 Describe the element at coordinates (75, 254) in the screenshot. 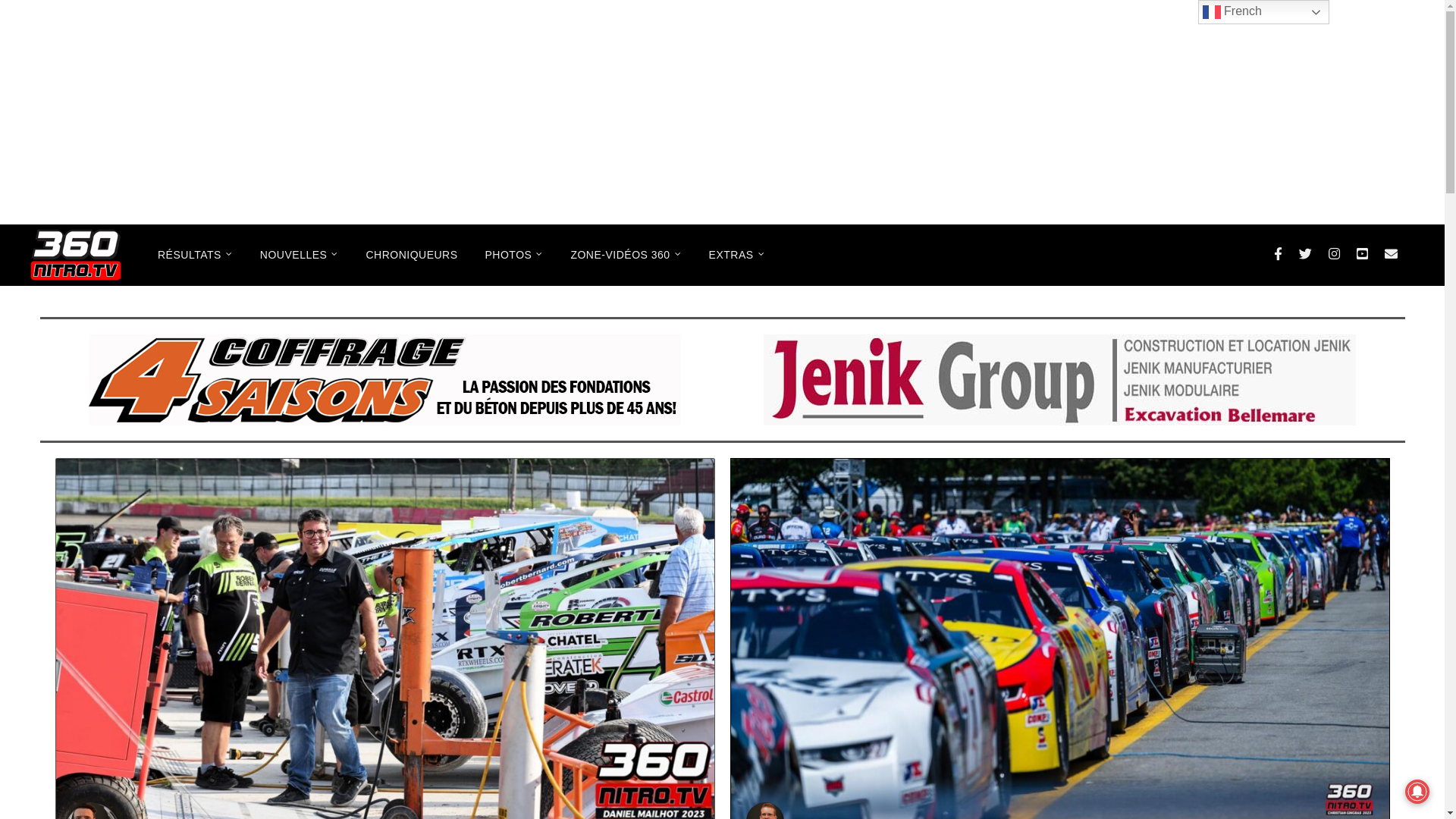

I see `'360 Nitro TV'` at that location.